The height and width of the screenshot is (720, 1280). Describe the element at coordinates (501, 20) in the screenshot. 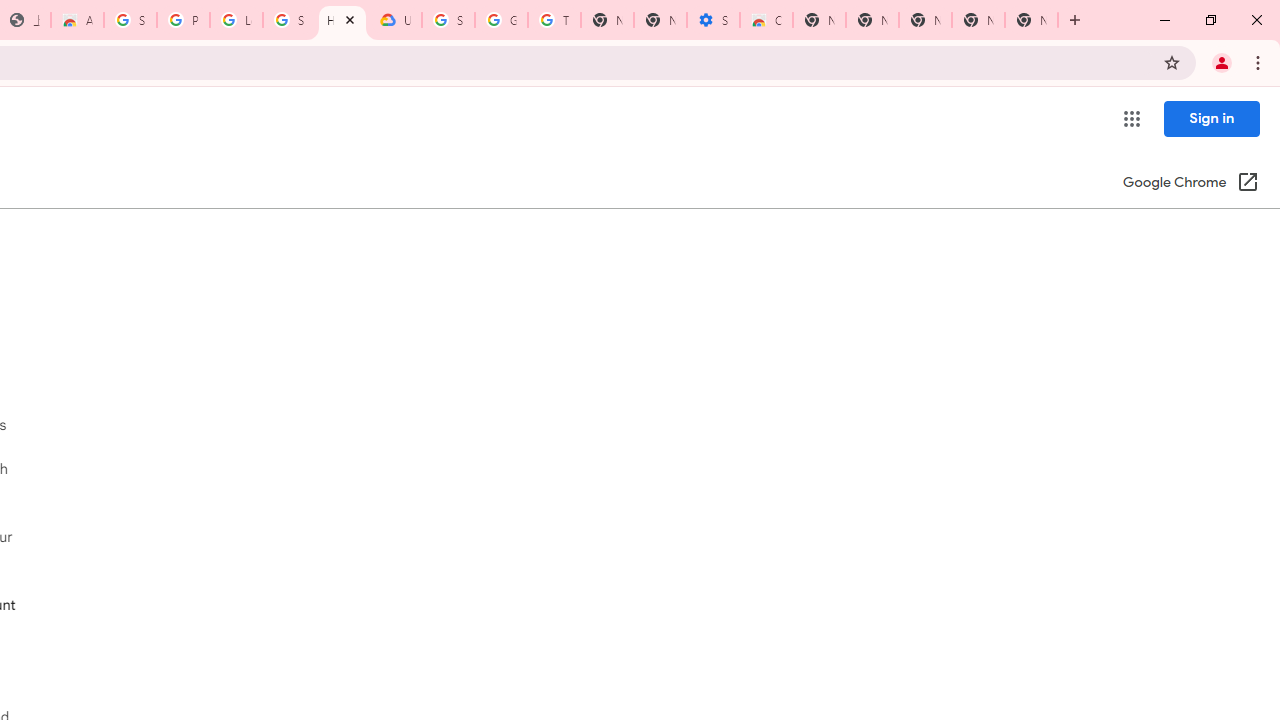

I see `'Google Account Help'` at that location.